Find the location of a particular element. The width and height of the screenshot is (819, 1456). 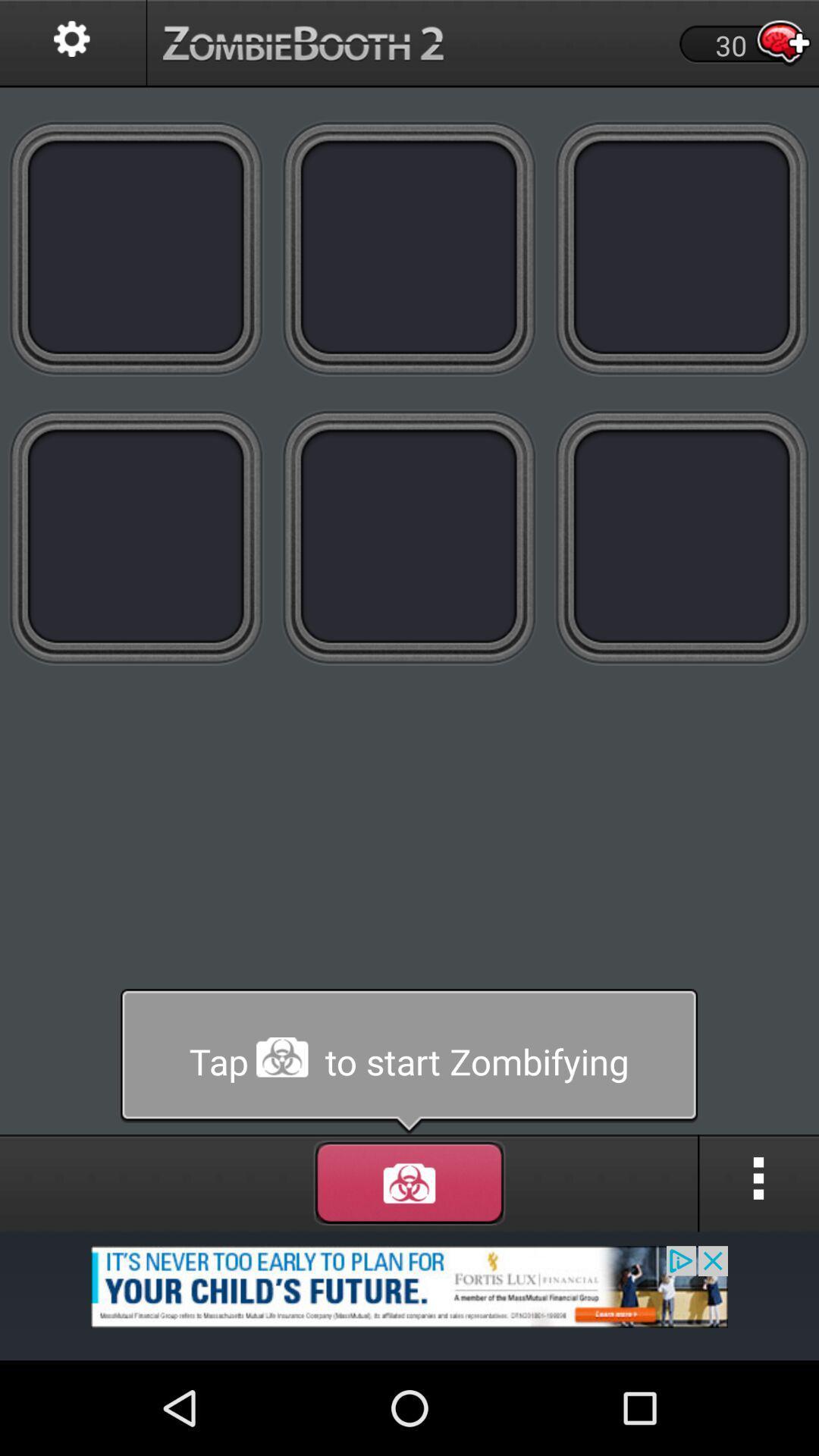

the second image in the first row from the top of the page is located at coordinates (409, 248).